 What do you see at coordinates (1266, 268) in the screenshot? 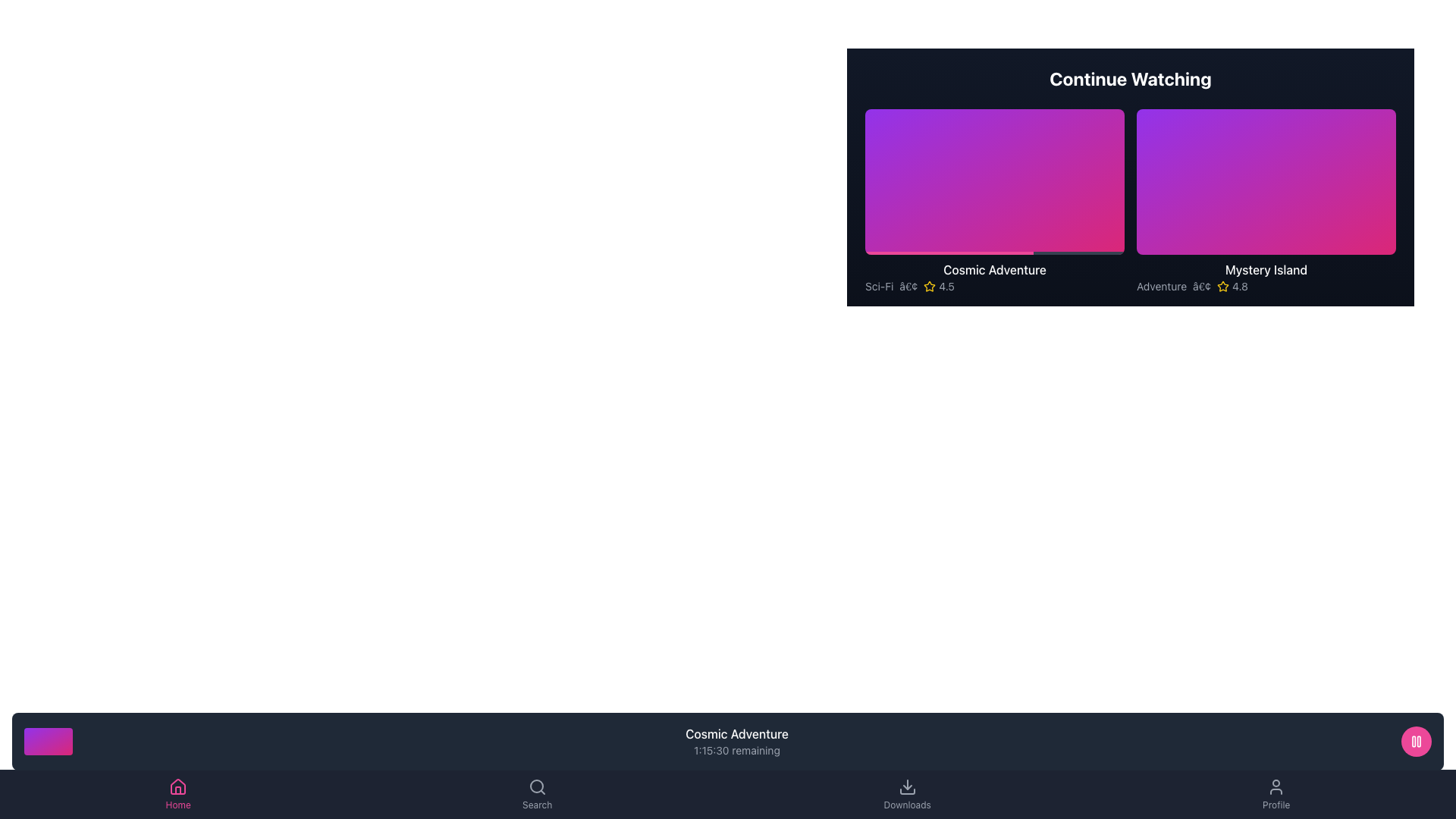
I see `the text label displaying 'Mystery Island', which is positioned directly beneath a colorful rectangular image in the 'Continue Watching' section` at bounding box center [1266, 268].